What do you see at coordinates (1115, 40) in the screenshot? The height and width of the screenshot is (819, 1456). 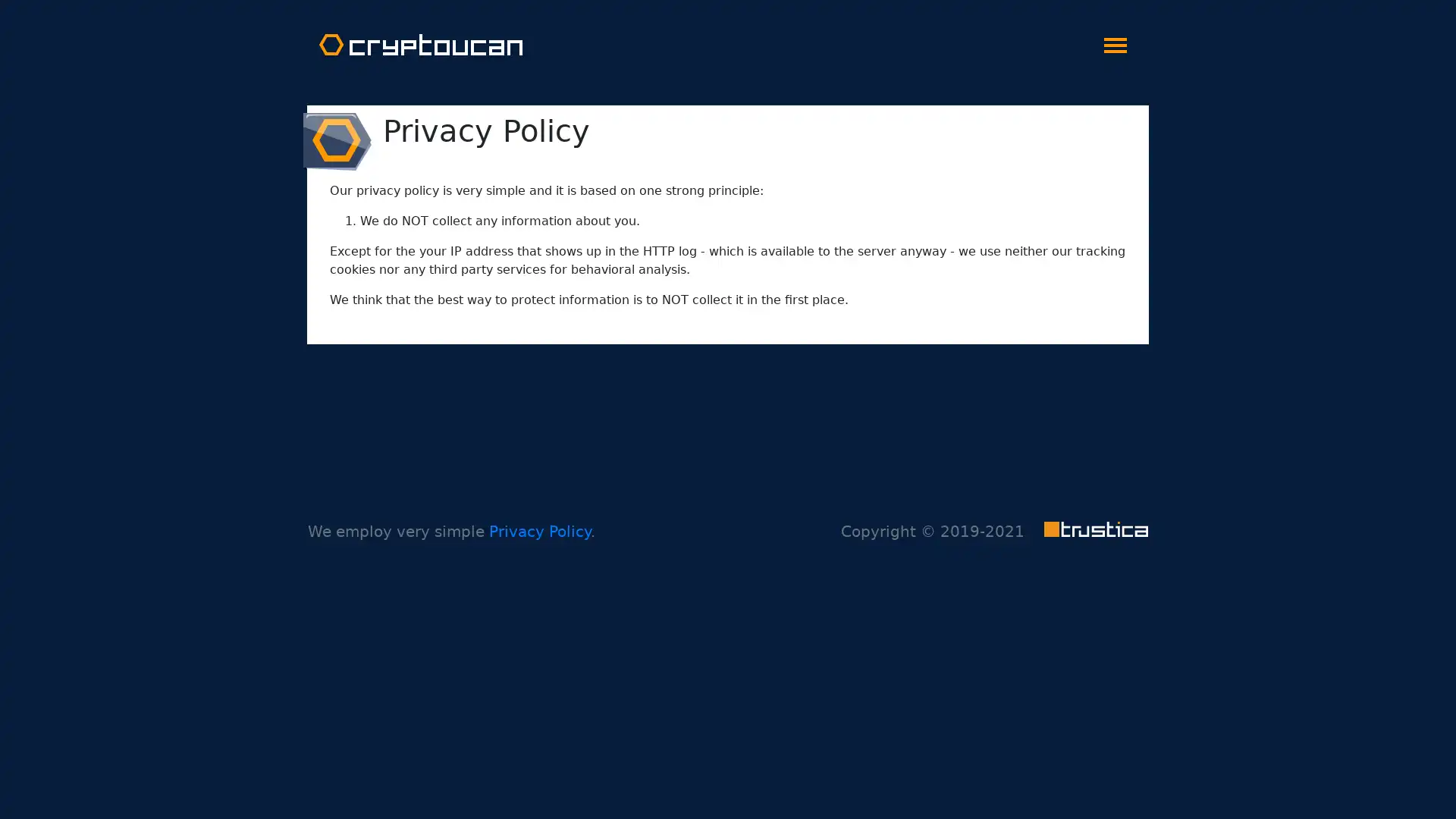 I see `Toggle navigation` at bounding box center [1115, 40].